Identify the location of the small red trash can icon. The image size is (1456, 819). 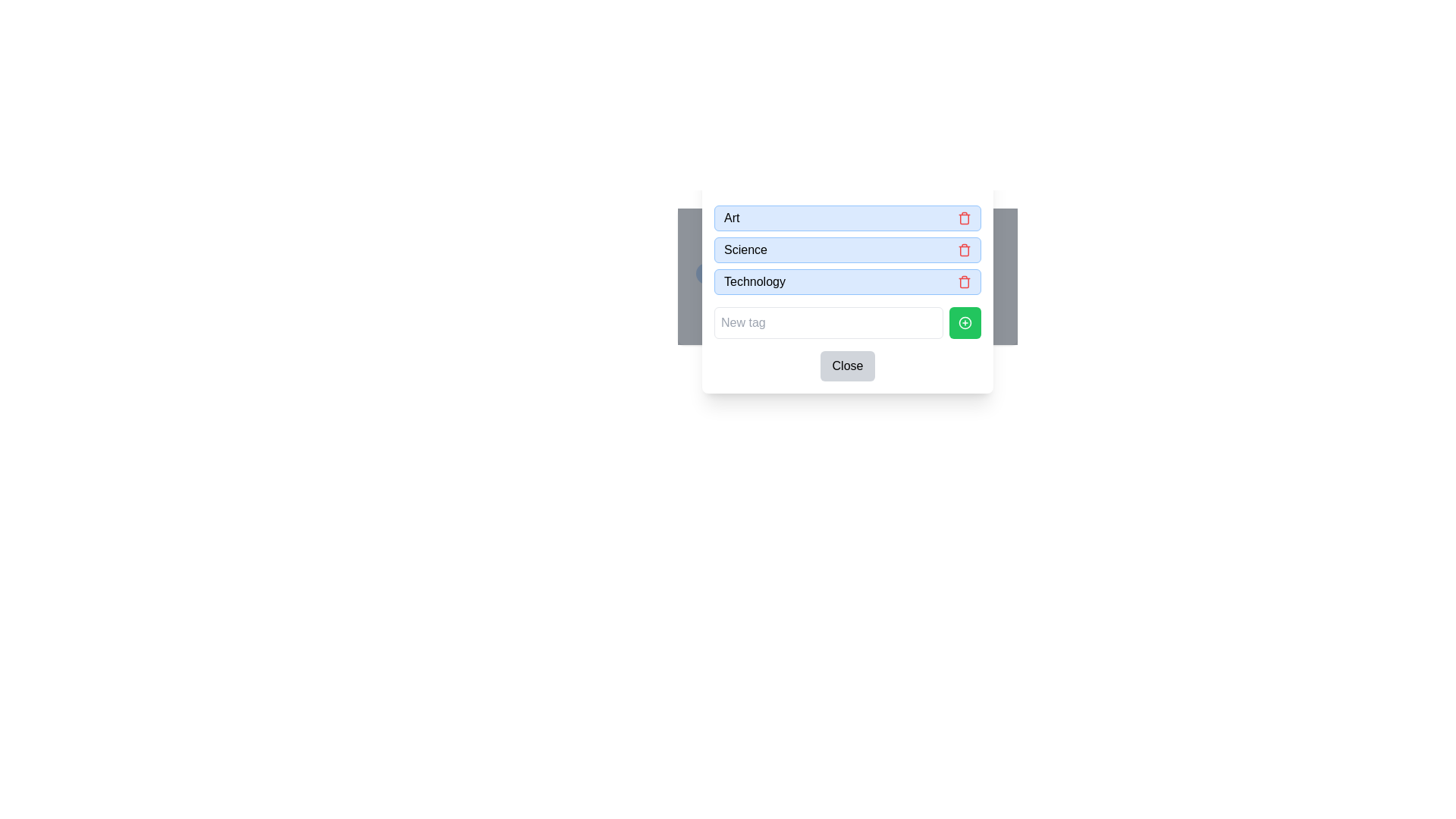
(964, 281).